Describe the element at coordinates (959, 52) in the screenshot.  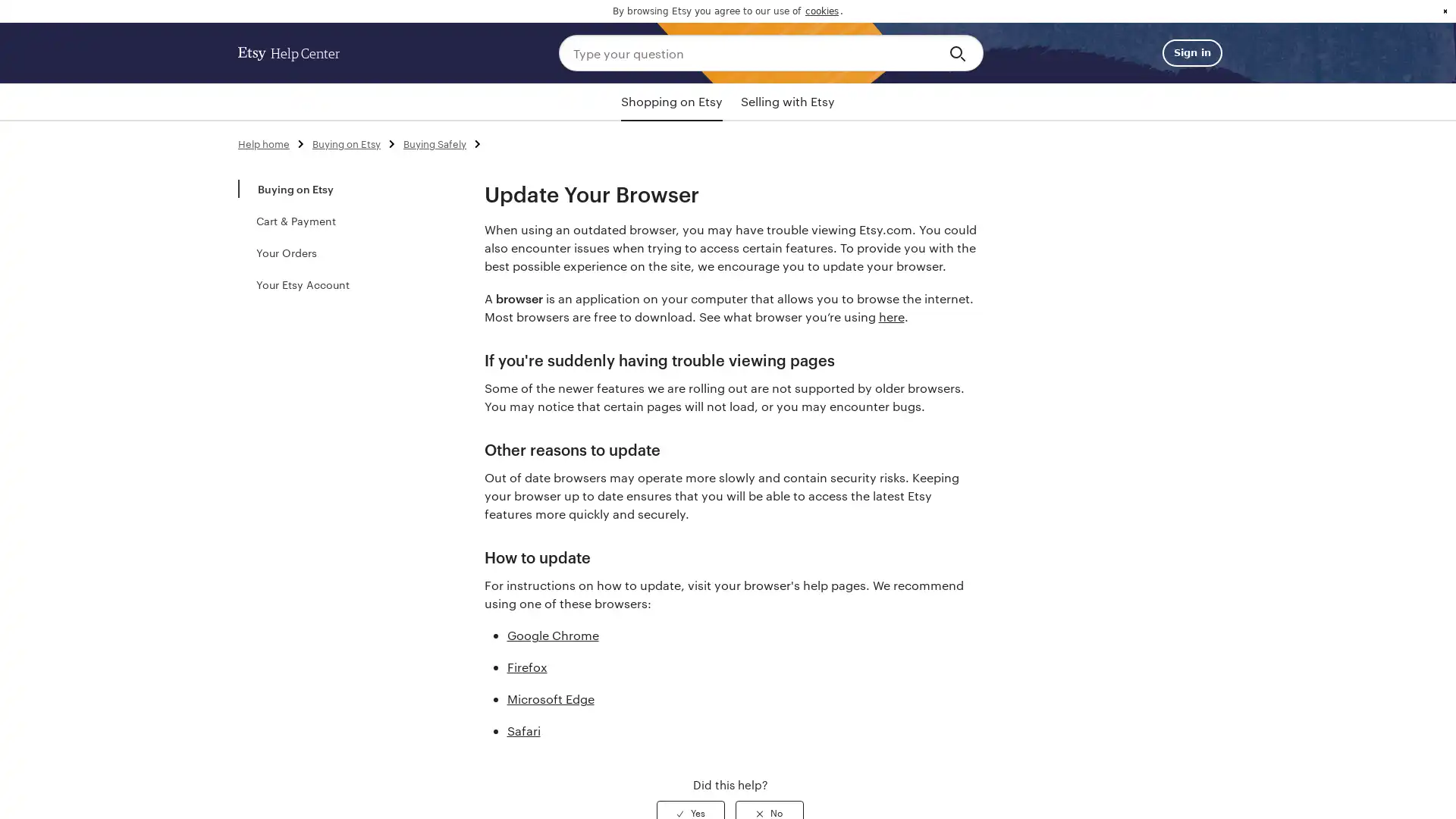
I see `Search` at that location.